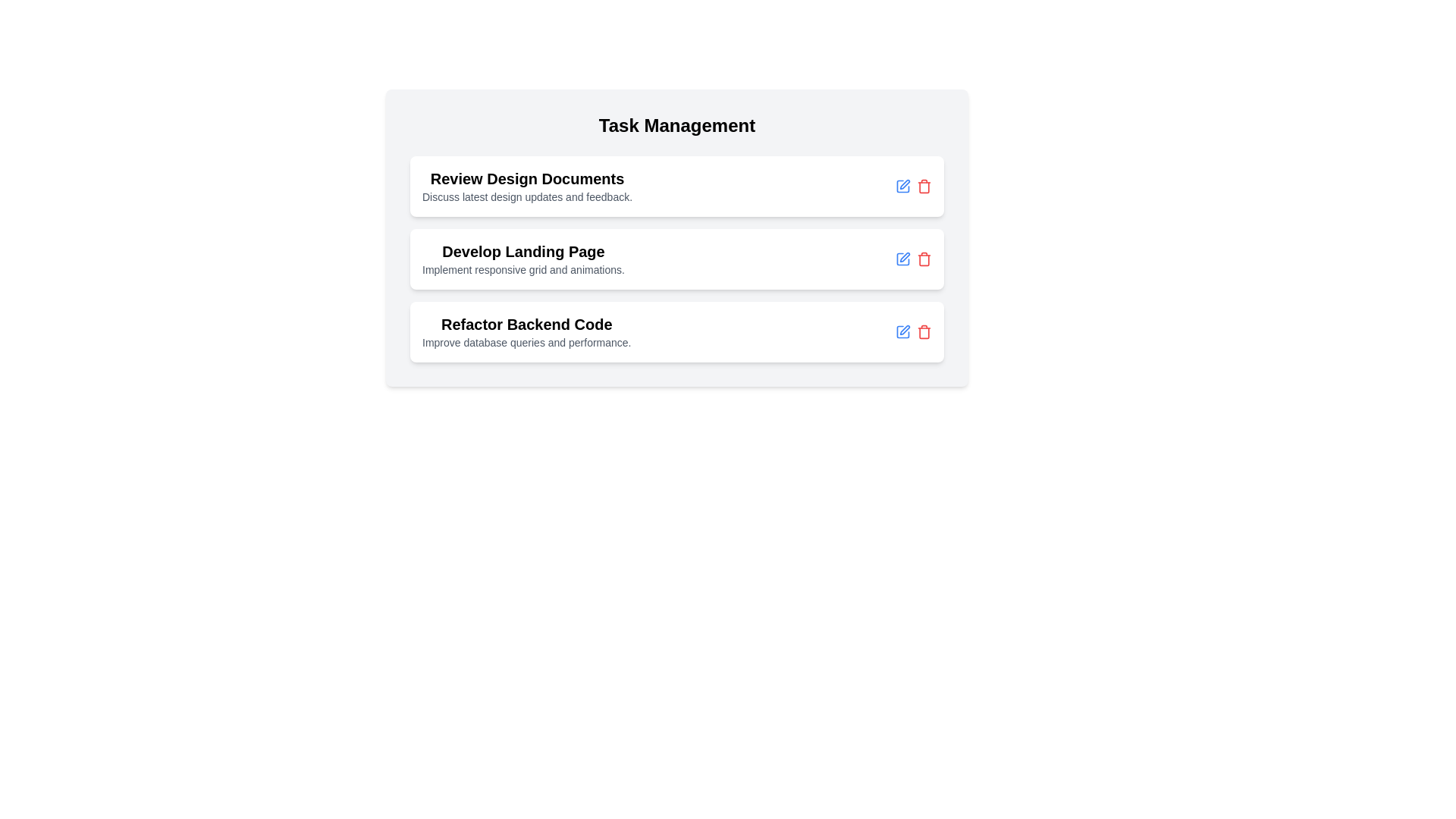  Describe the element at coordinates (527, 186) in the screenshot. I see `to select the task with the bold title 'Review Design Documents' which is the first task item in the interface` at that location.